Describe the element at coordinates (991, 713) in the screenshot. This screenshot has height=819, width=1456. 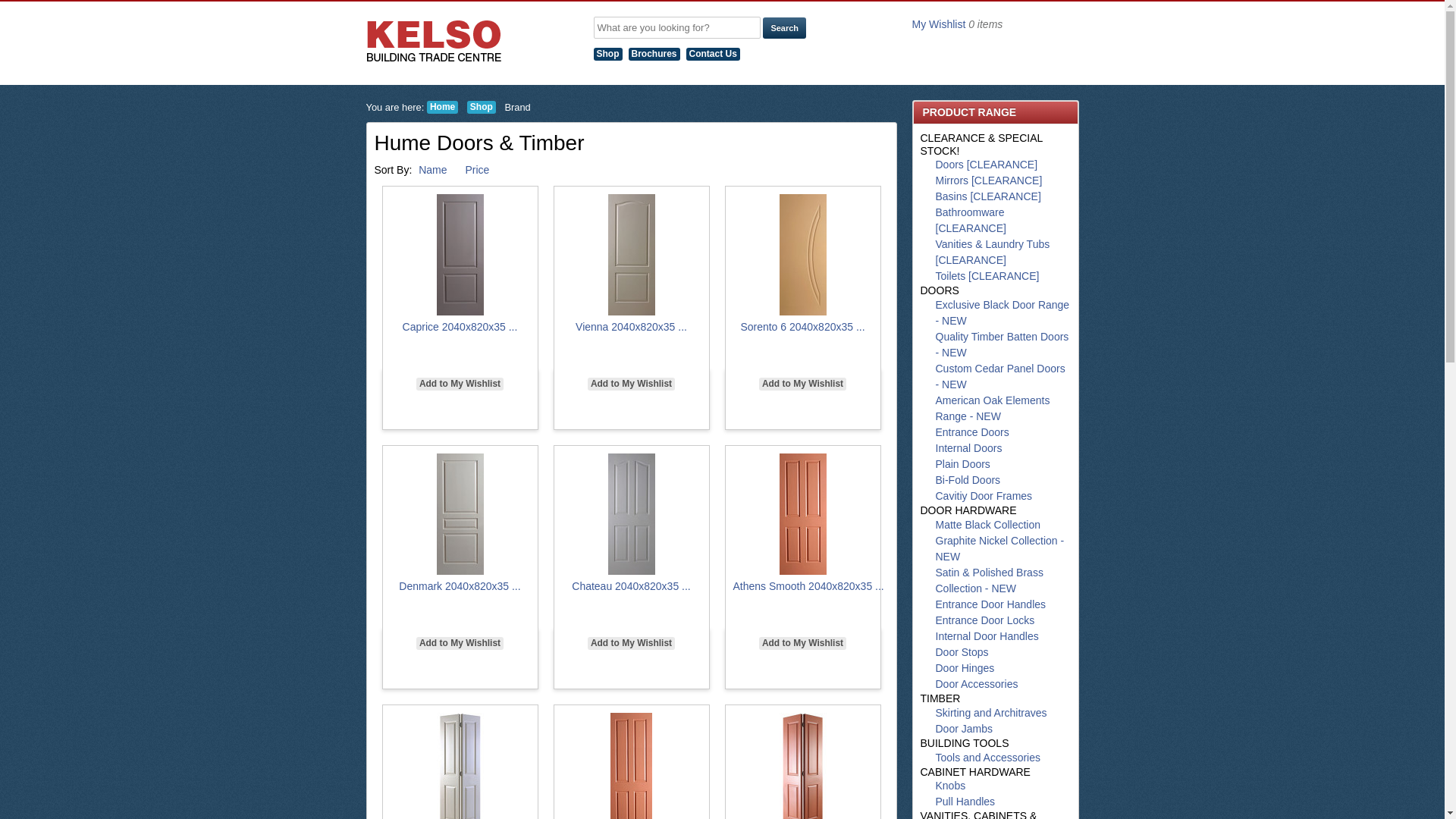
I see `'Skirting and Architraves'` at that location.